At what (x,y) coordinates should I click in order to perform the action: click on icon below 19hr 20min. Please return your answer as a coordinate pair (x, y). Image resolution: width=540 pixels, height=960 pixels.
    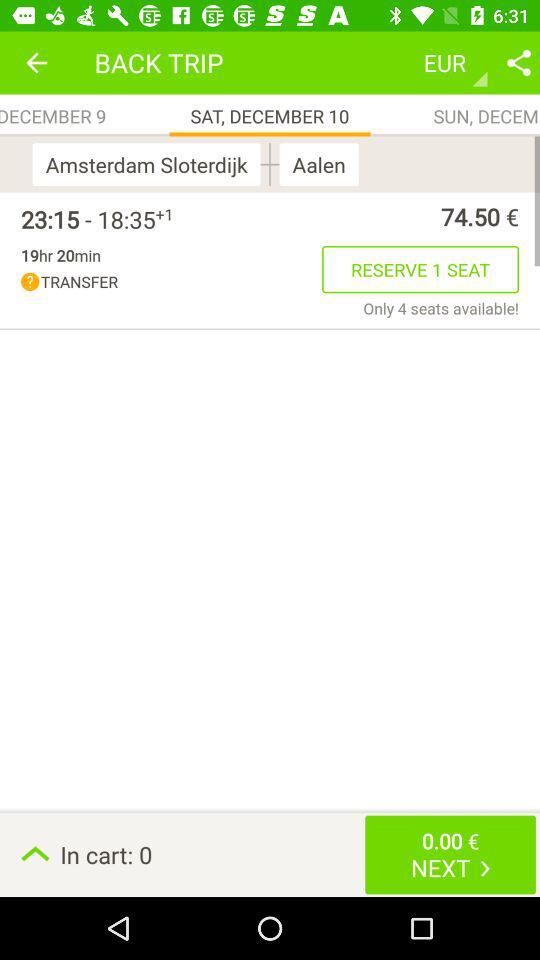
    Looking at the image, I should click on (171, 281).